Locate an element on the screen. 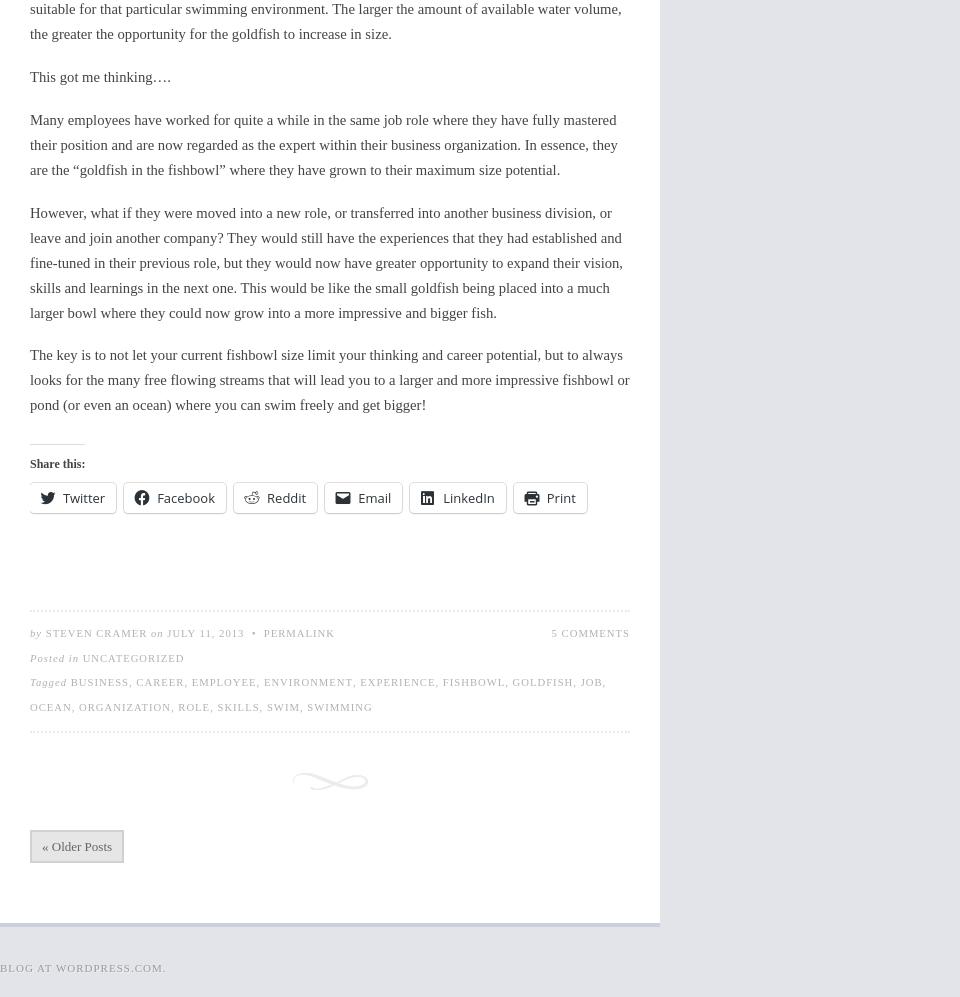  'LinkedIn' is located at coordinates (468, 497).